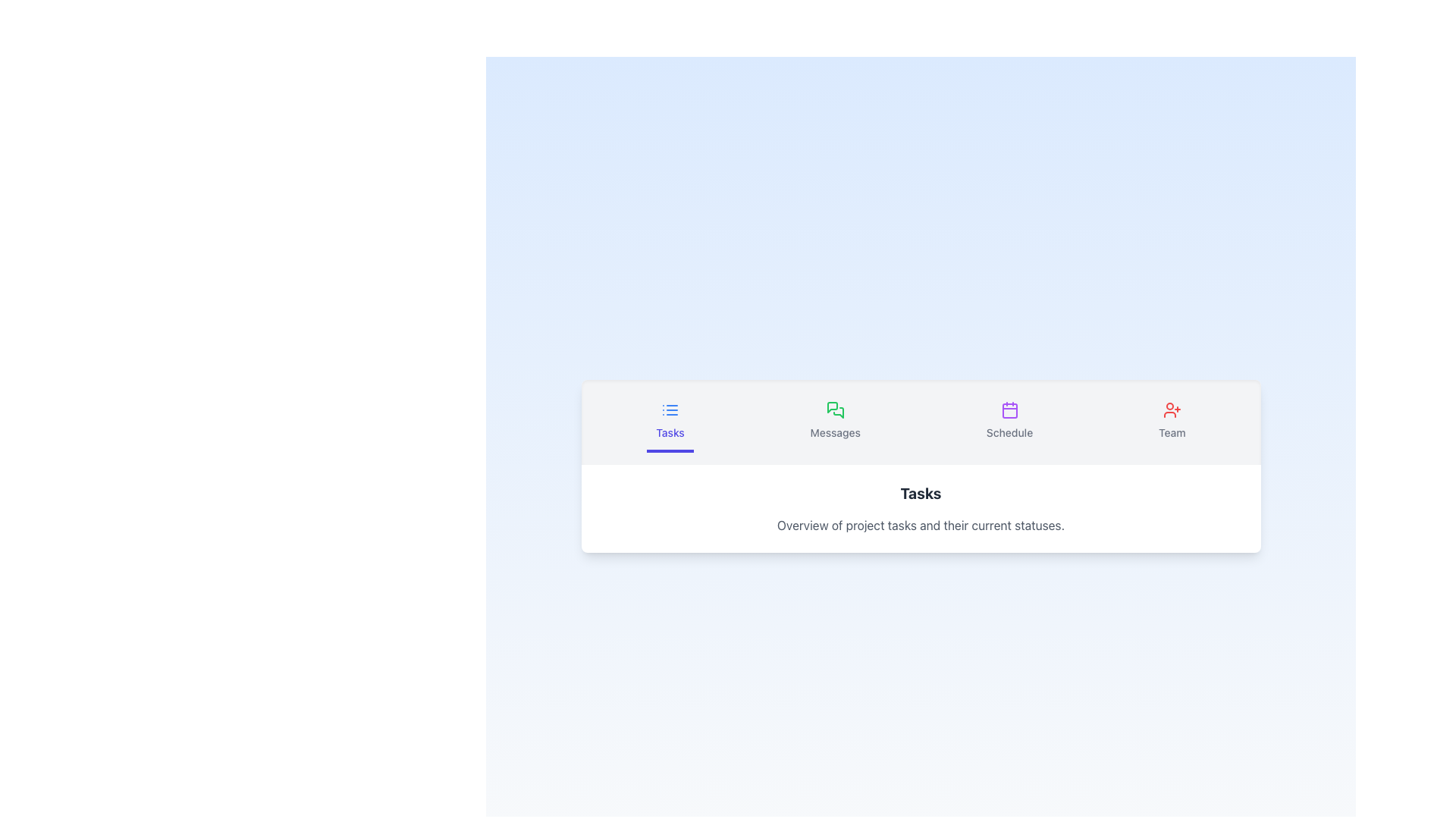 This screenshot has height=819, width=1456. Describe the element at coordinates (670, 422) in the screenshot. I see `the navigational button with an icon and label to switch to the Tasks section` at that location.